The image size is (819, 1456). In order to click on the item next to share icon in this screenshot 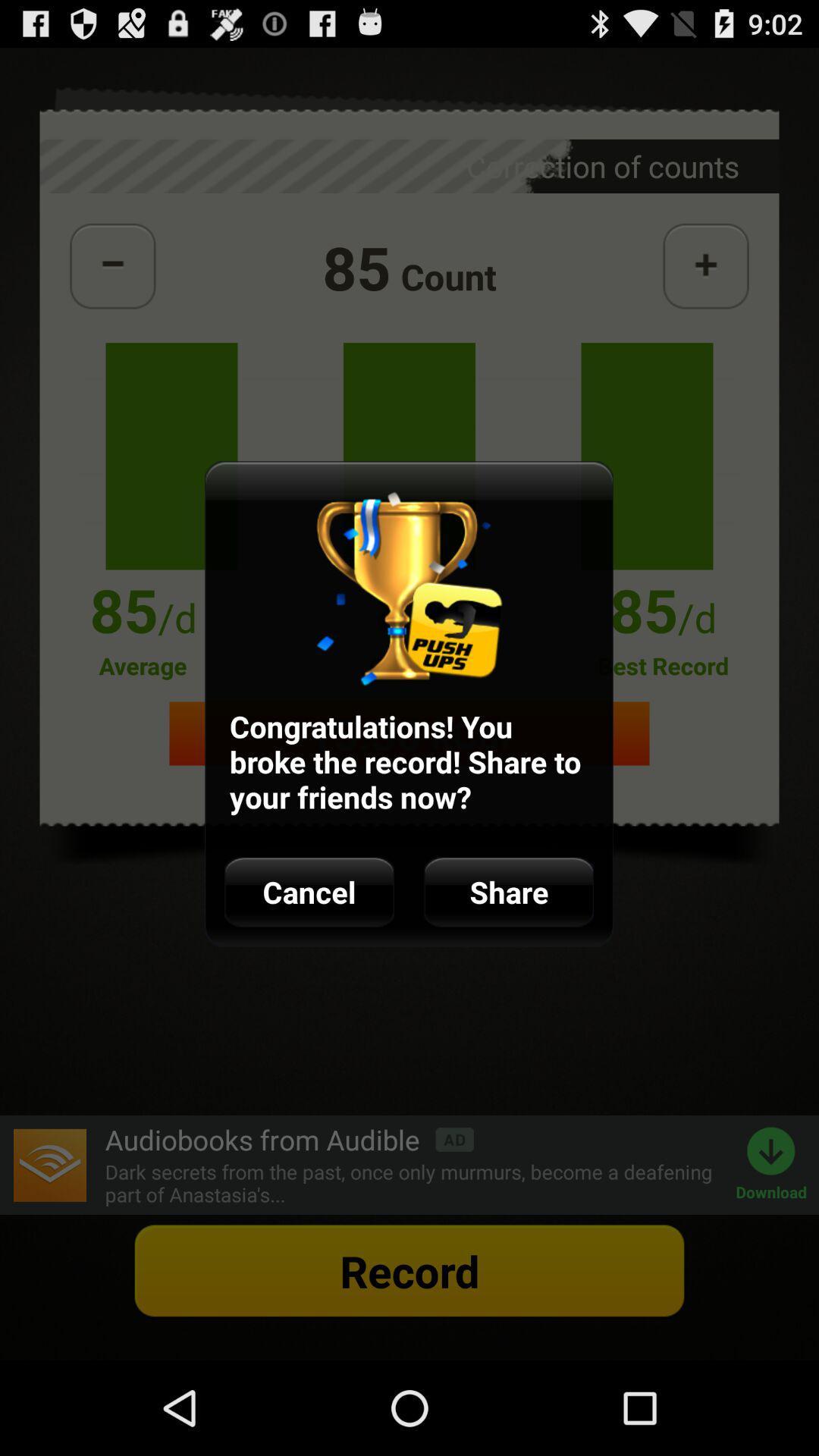, I will do `click(309, 892)`.